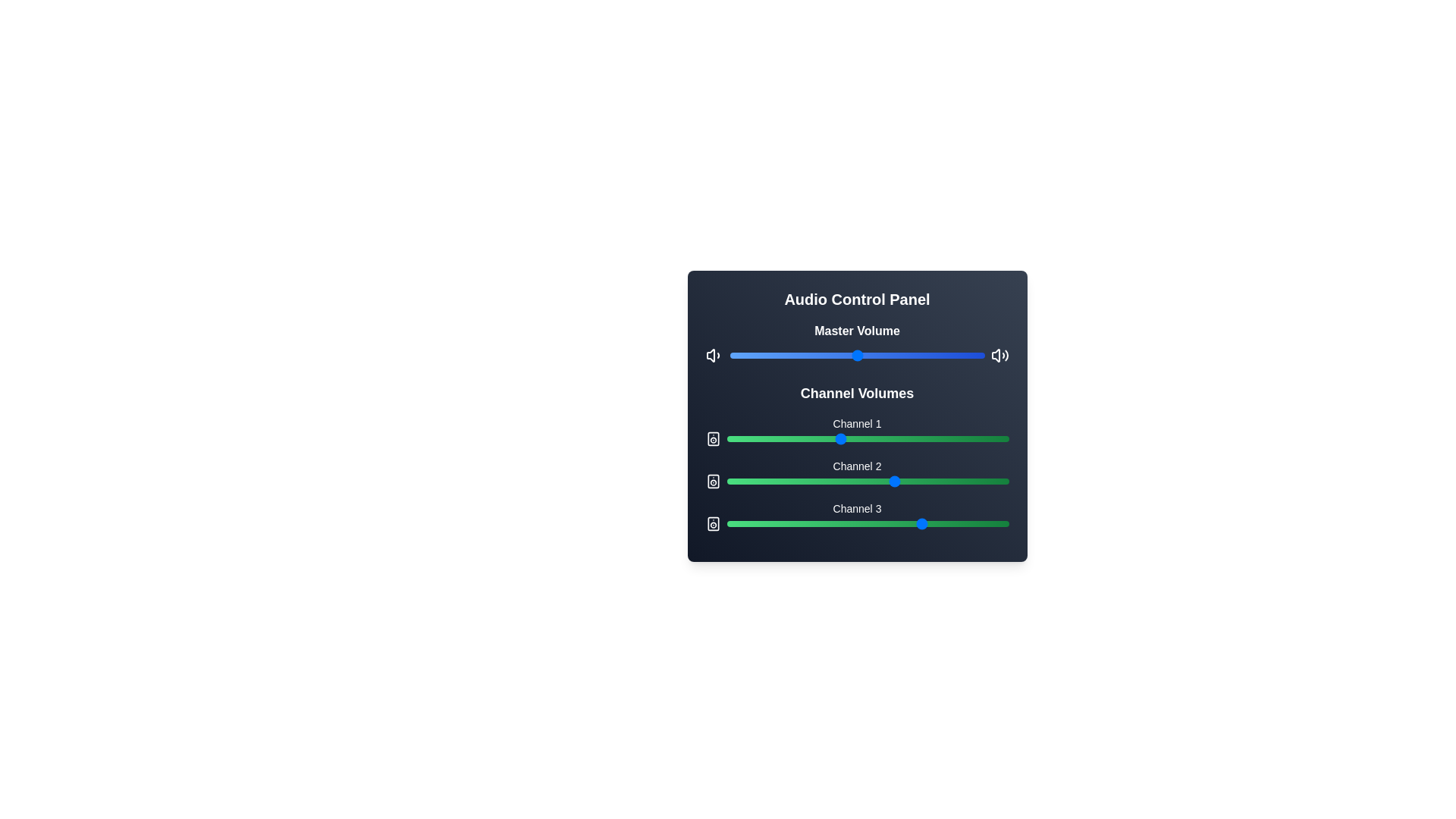 This screenshot has height=819, width=1456. Describe the element at coordinates (868, 438) in the screenshot. I see `the Channel 1 volume control range slider to reposition the blue handle` at that location.